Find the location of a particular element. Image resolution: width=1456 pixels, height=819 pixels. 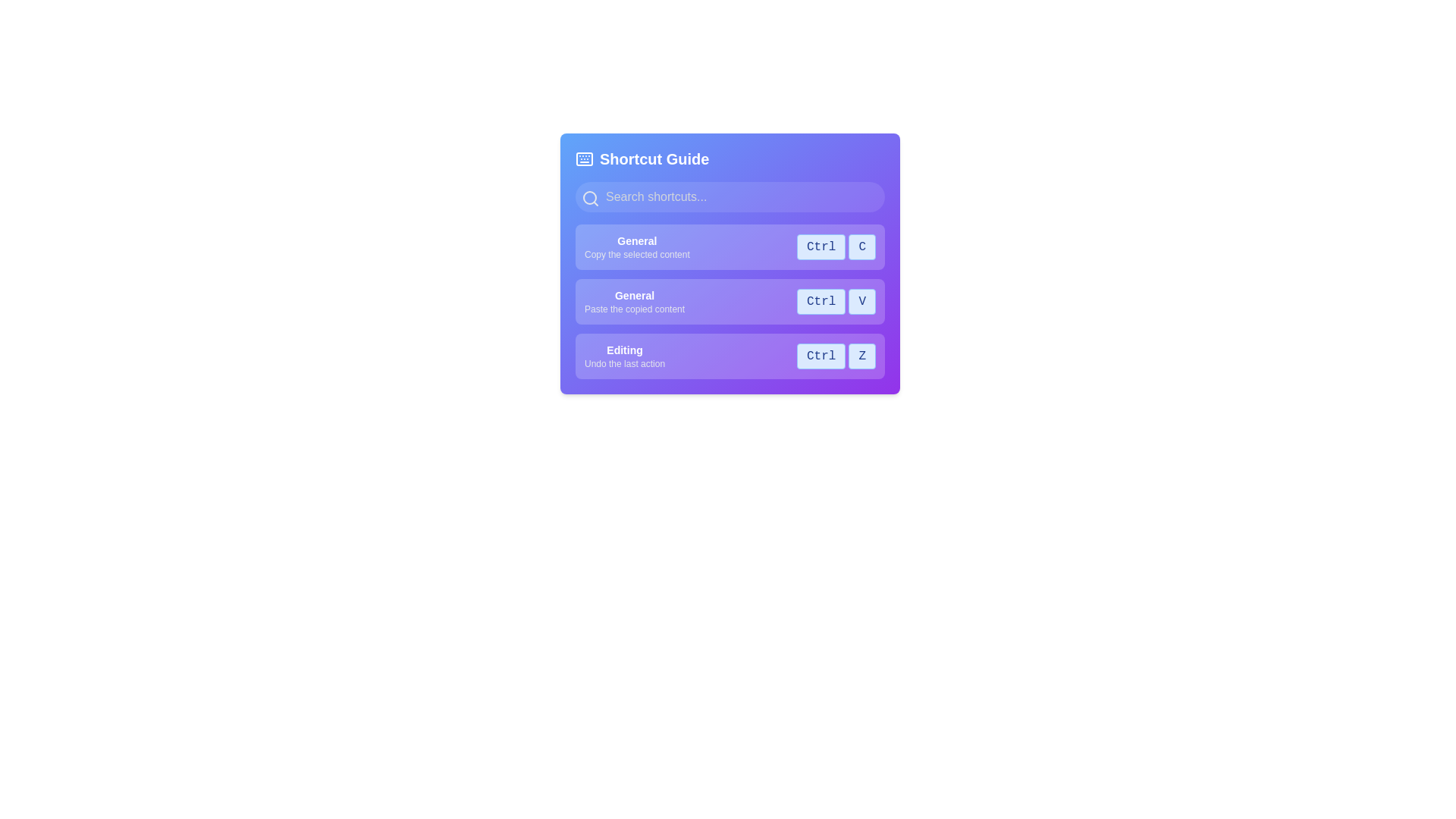

keyboard shortcut description for 'Paste' using the 'Ctrl+V' shortcut, located in the second item of the 'Shortcut Guide' modal is located at coordinates (730, 301).